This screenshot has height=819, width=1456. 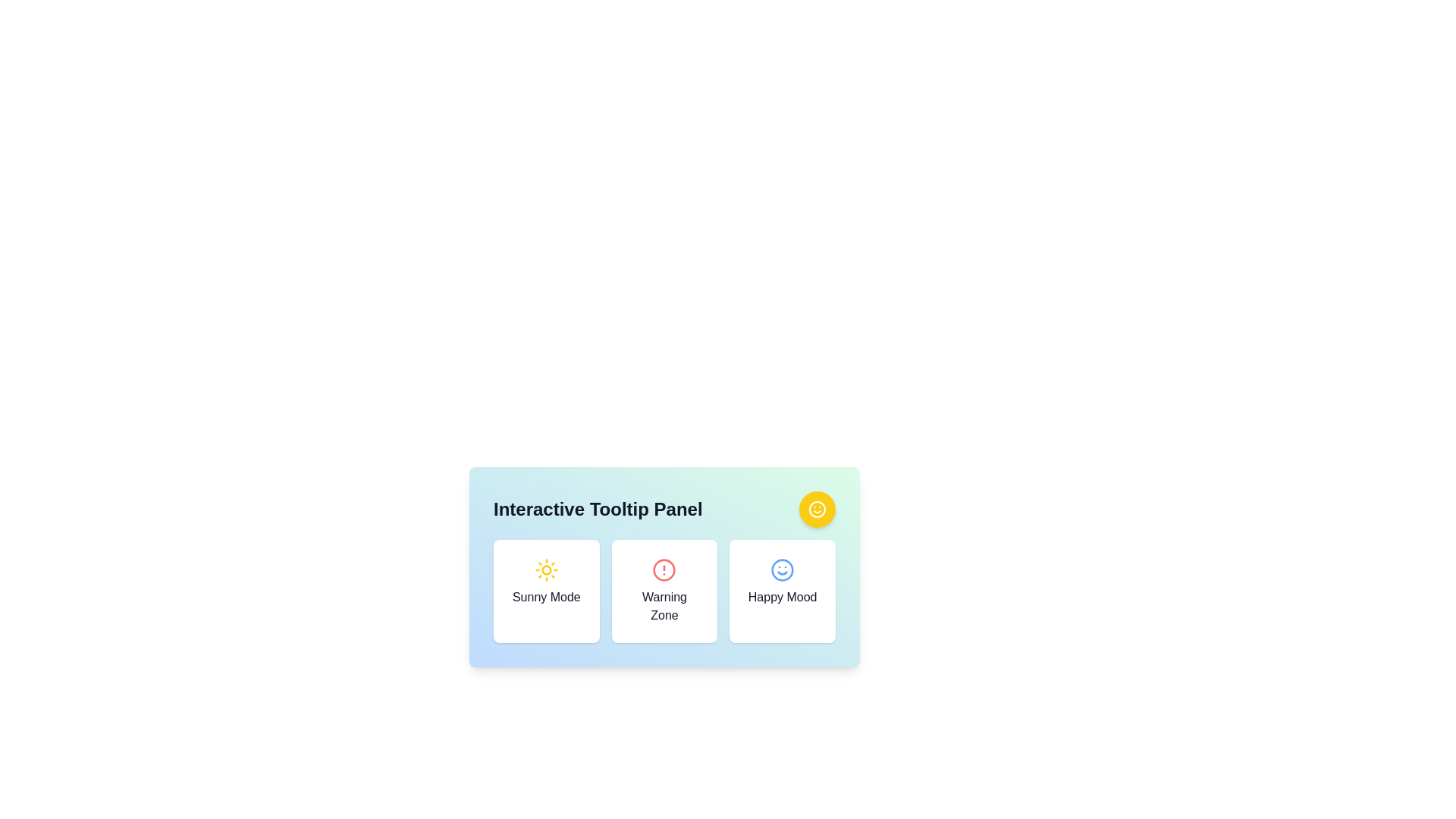 I want to click on labels of the grid containing three cards labeled 'Sunny Mode', 'Warning Zone', and 'Happy Mood' within the 'Interactive Tooltip Panel', so click(x=664, y=590).